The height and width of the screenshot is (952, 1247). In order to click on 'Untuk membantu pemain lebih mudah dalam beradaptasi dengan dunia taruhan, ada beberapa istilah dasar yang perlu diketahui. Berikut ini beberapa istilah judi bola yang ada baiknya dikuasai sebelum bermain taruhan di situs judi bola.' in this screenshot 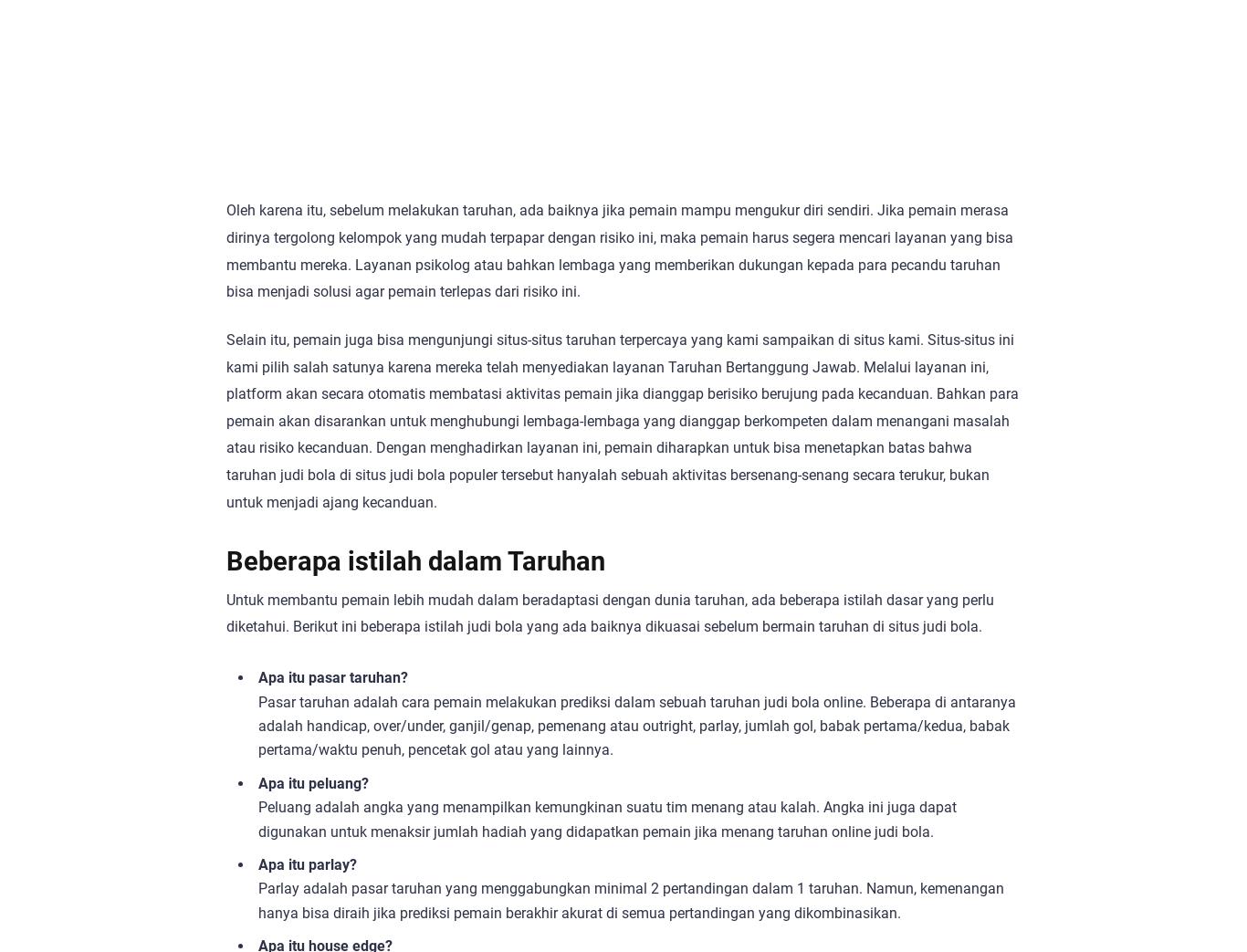, I will do `click(609, 612)`.